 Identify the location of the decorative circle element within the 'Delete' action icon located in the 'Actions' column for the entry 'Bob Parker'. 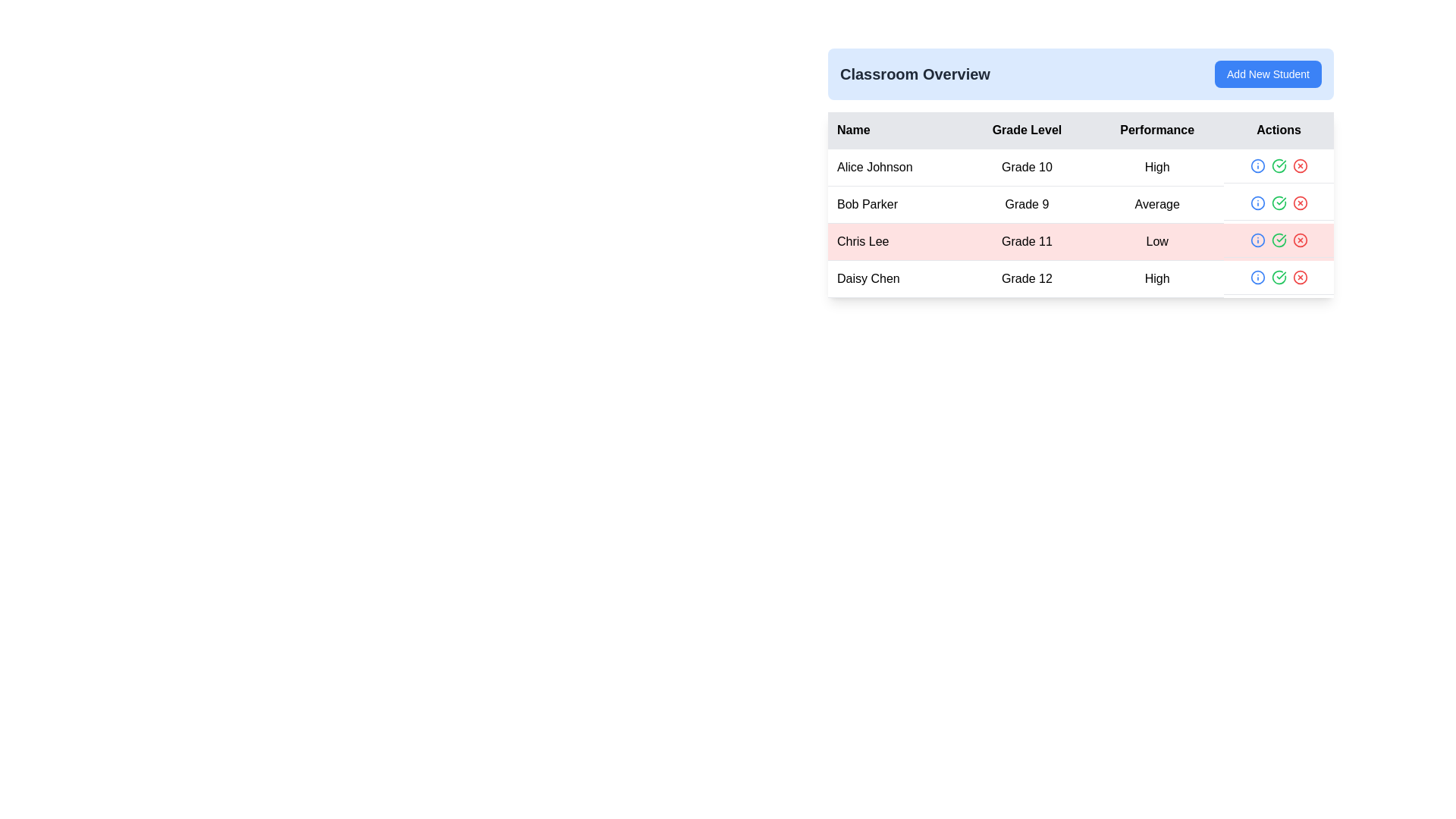
(1299, 202).